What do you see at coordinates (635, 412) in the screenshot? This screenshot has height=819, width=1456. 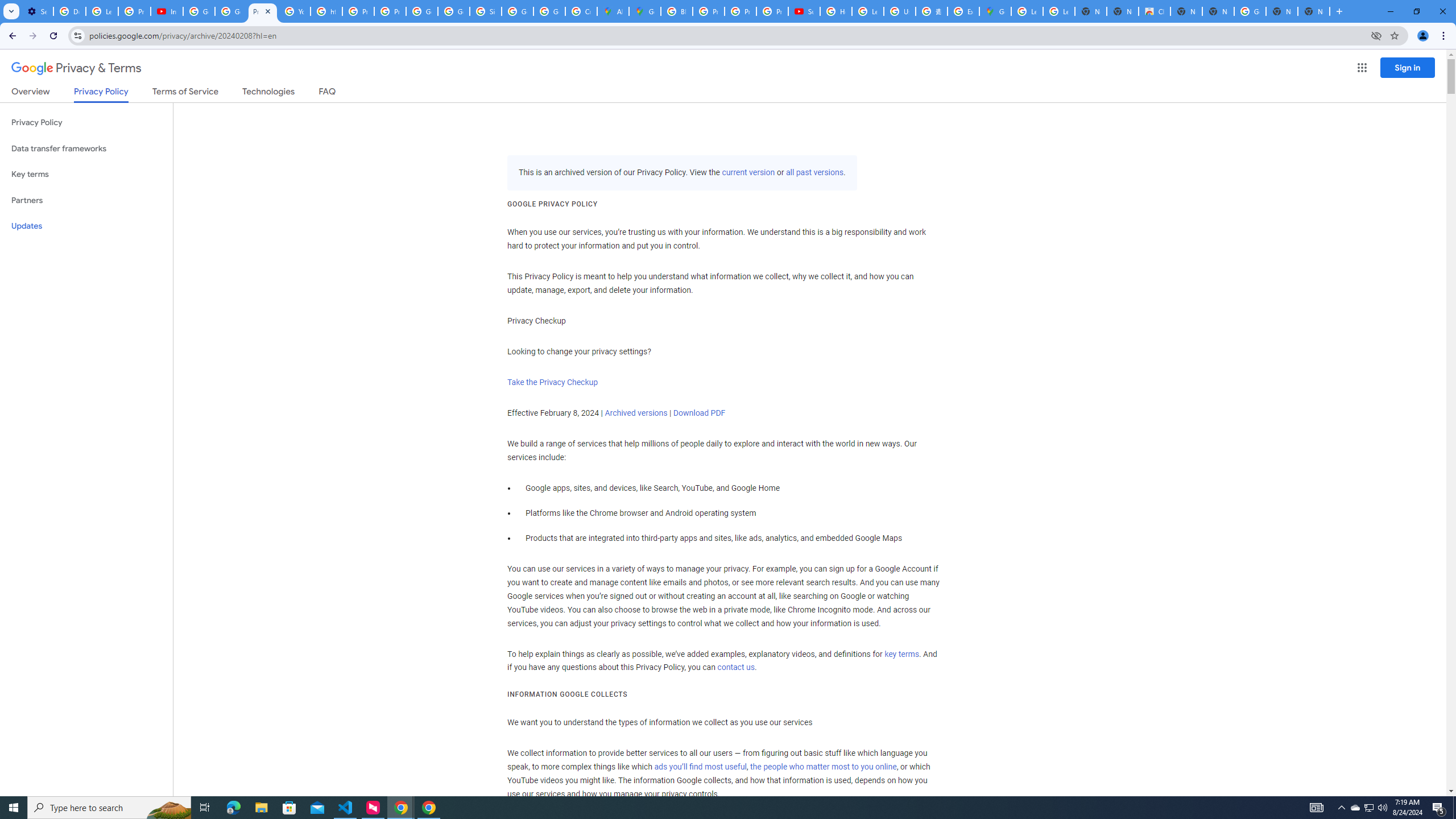 I see `'Archived versions'` at bounding box center [635, 412].